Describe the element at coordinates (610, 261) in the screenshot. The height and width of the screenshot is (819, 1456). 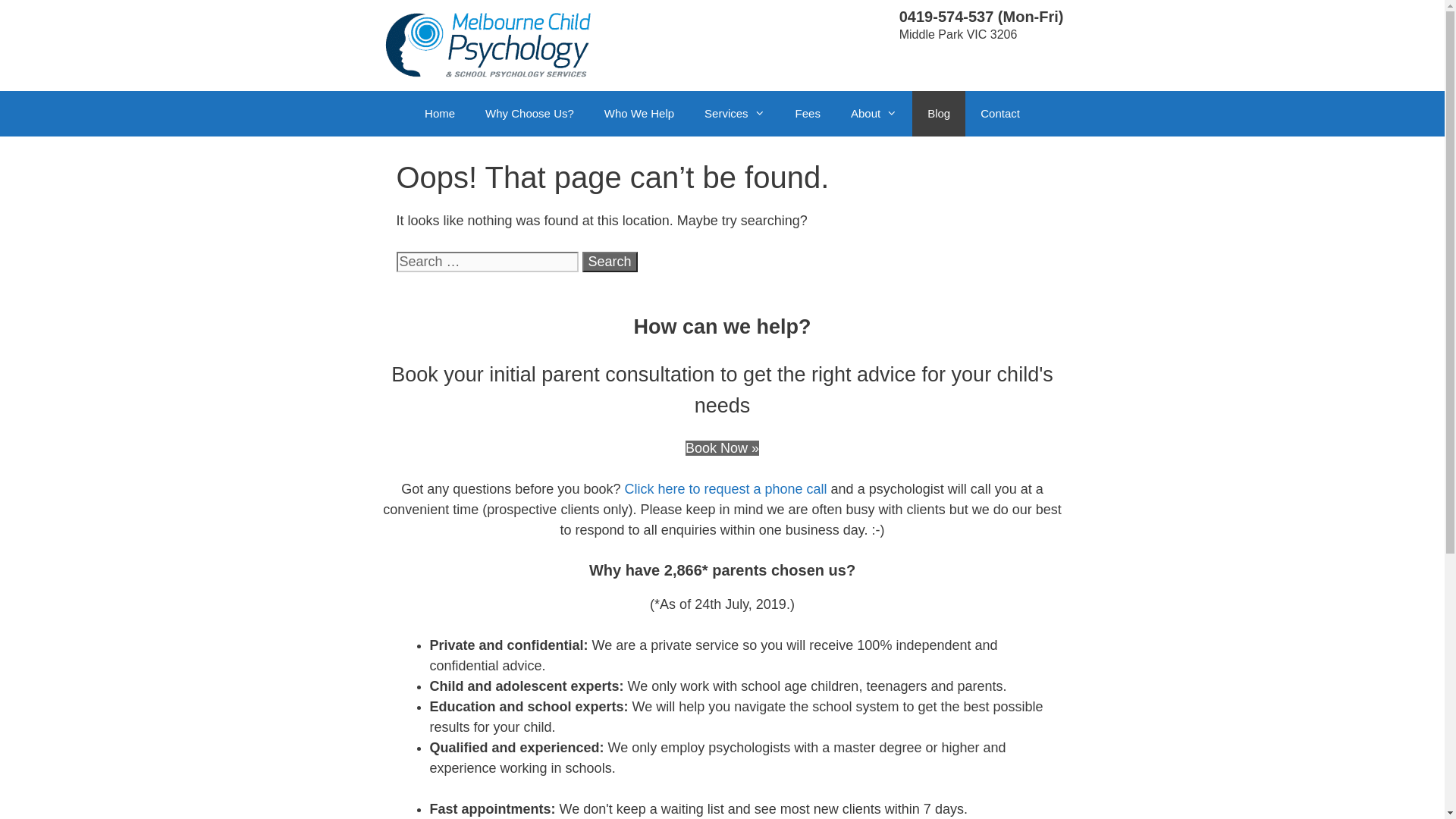
I see `'Search'` at that location.